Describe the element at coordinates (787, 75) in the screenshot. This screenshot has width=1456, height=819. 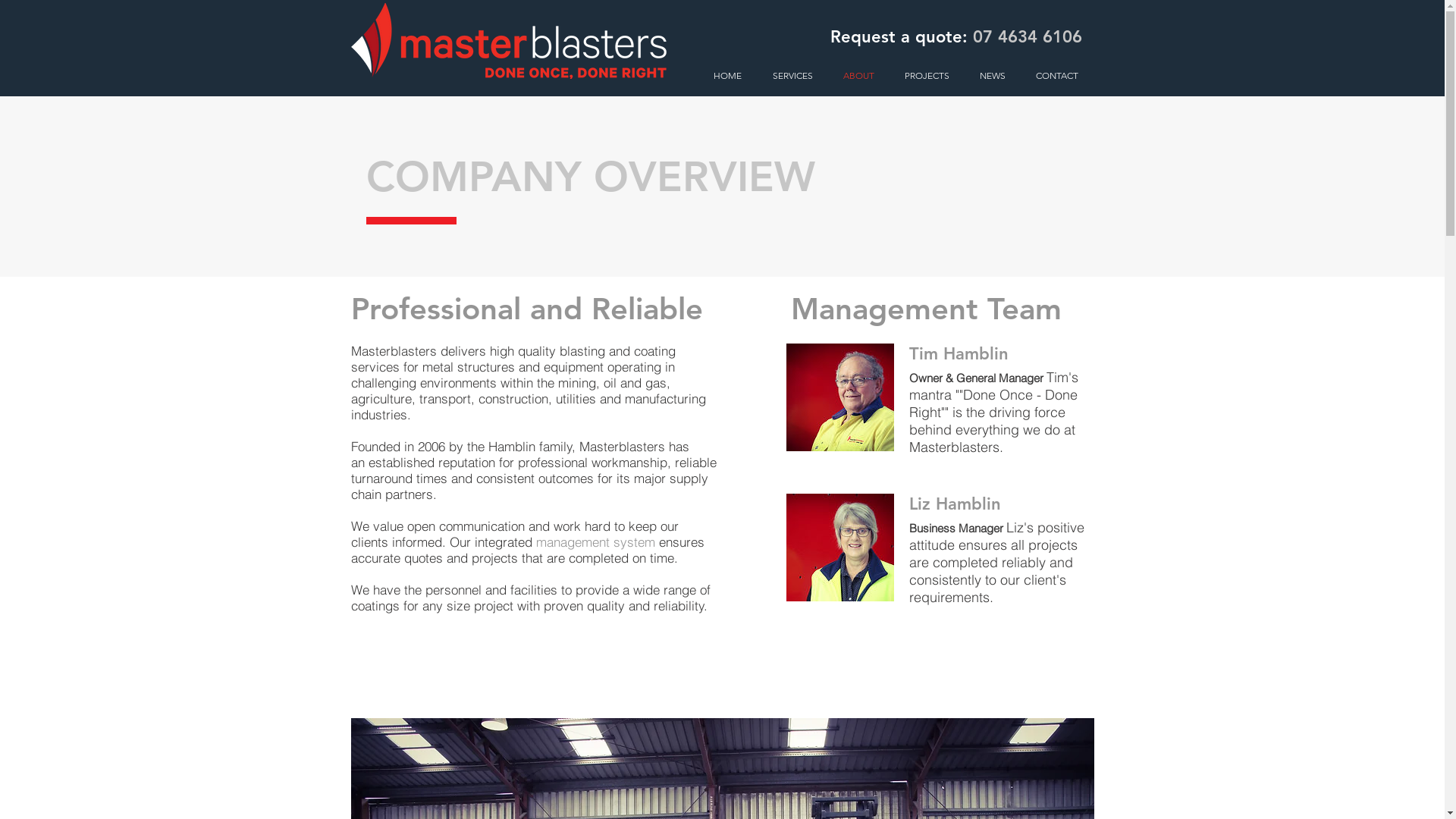
I see `'SERVICES'` at that location.